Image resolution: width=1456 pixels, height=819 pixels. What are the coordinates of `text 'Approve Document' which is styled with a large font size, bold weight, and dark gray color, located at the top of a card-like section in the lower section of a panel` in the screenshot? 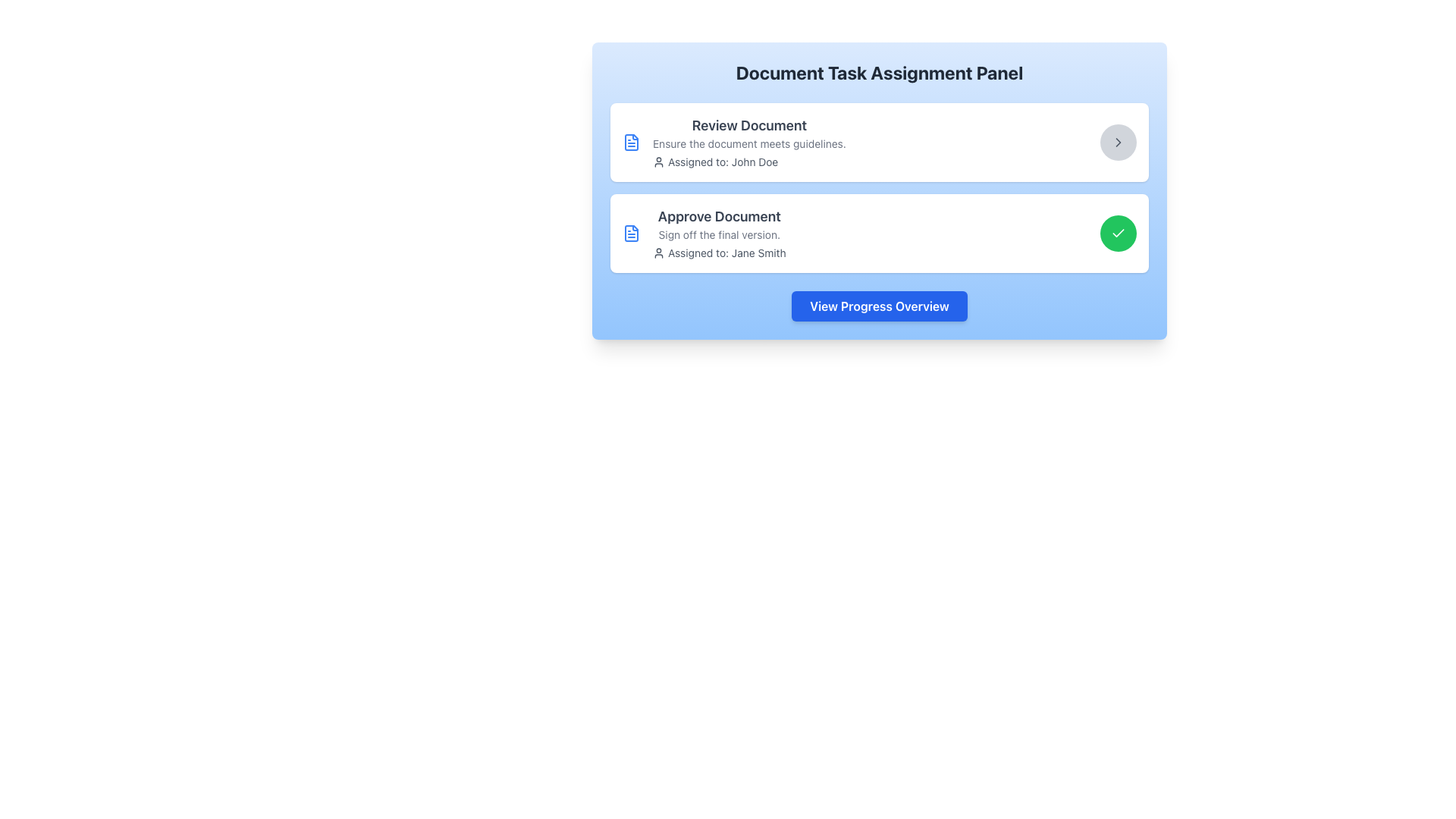 It's located at (718, 216).